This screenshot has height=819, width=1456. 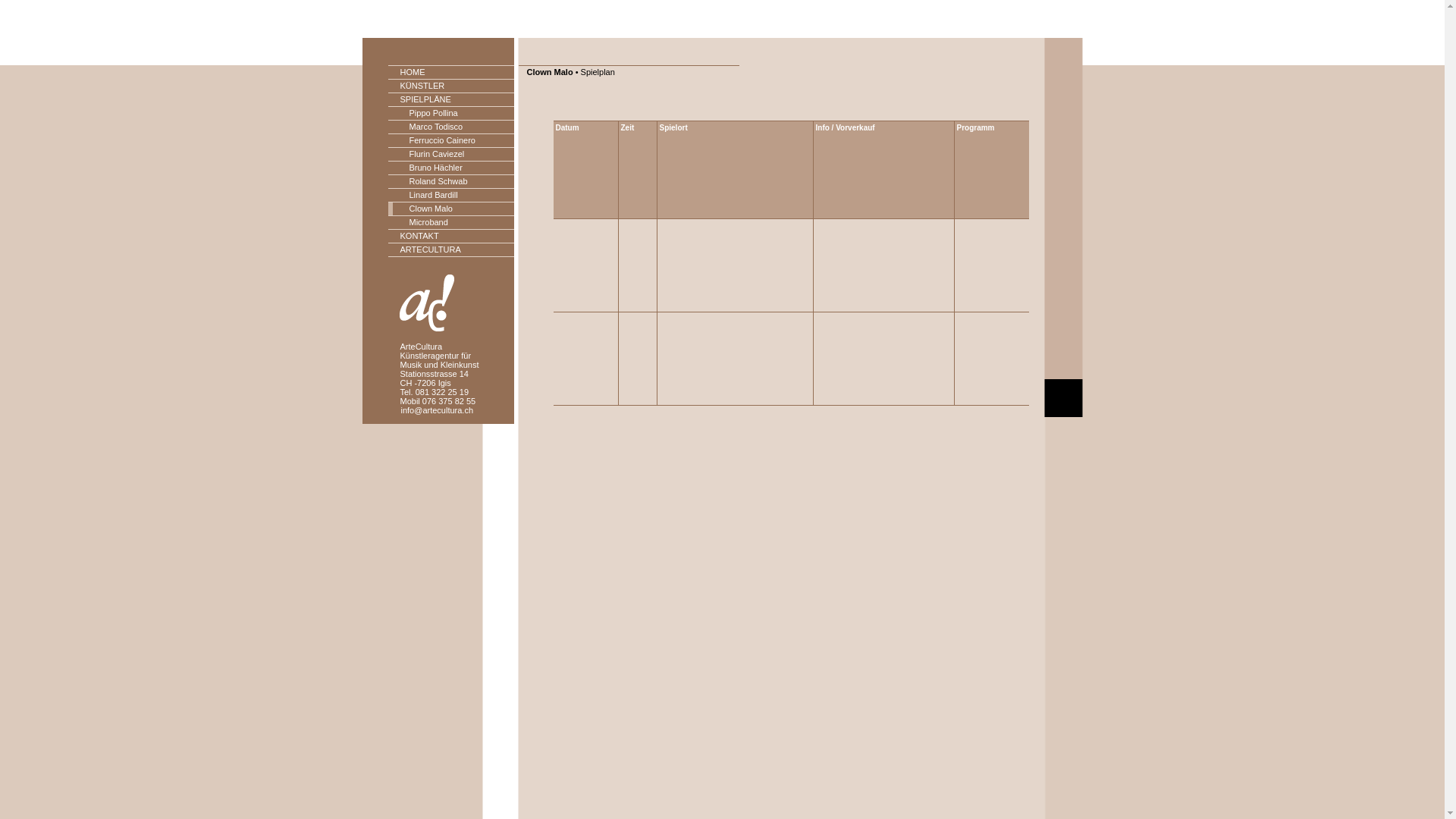 I want to click on 'HOME', so click(x=450, y=73).